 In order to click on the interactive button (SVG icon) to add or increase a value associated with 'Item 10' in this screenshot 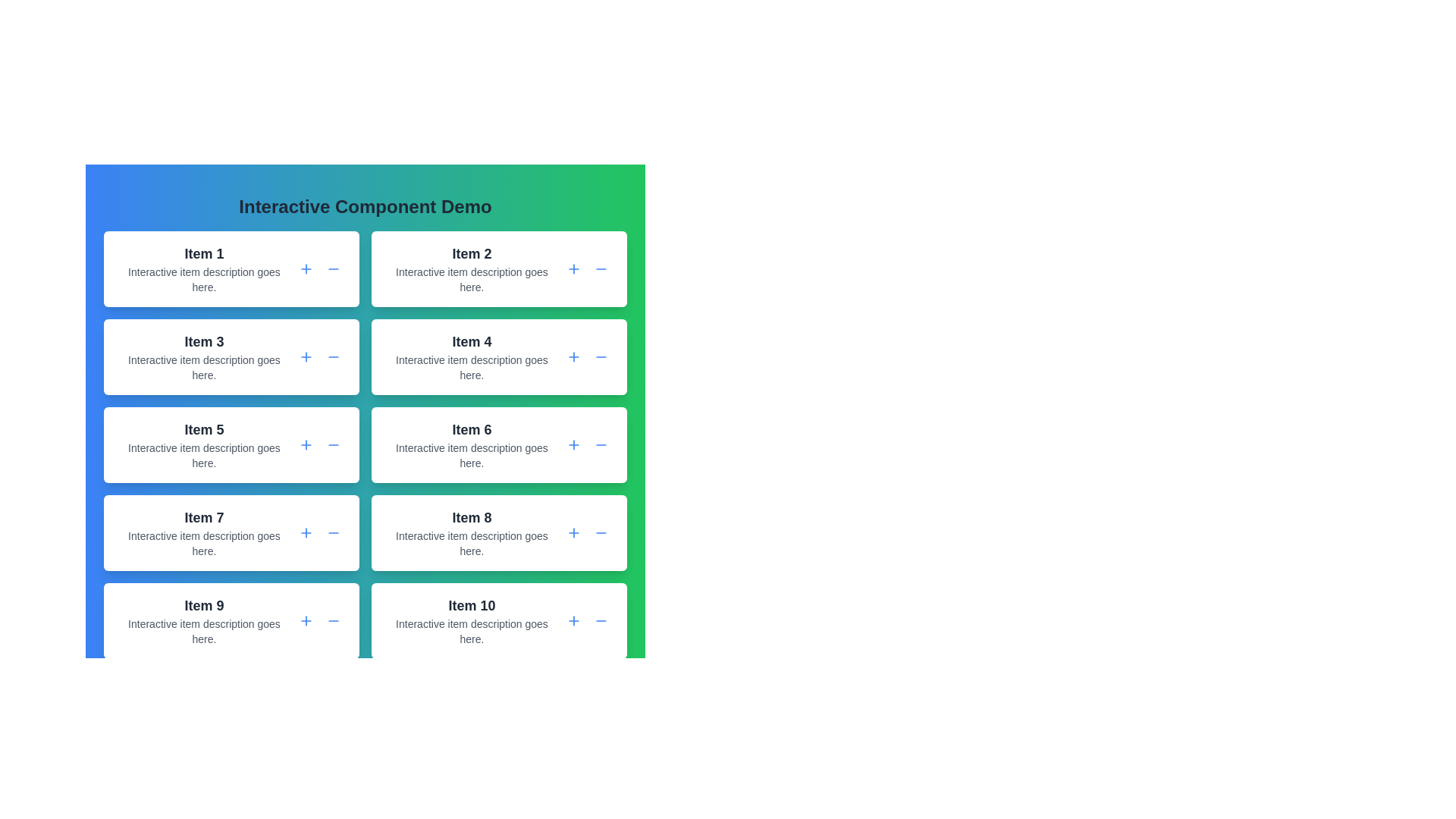, I will do `click(573, 620)`.